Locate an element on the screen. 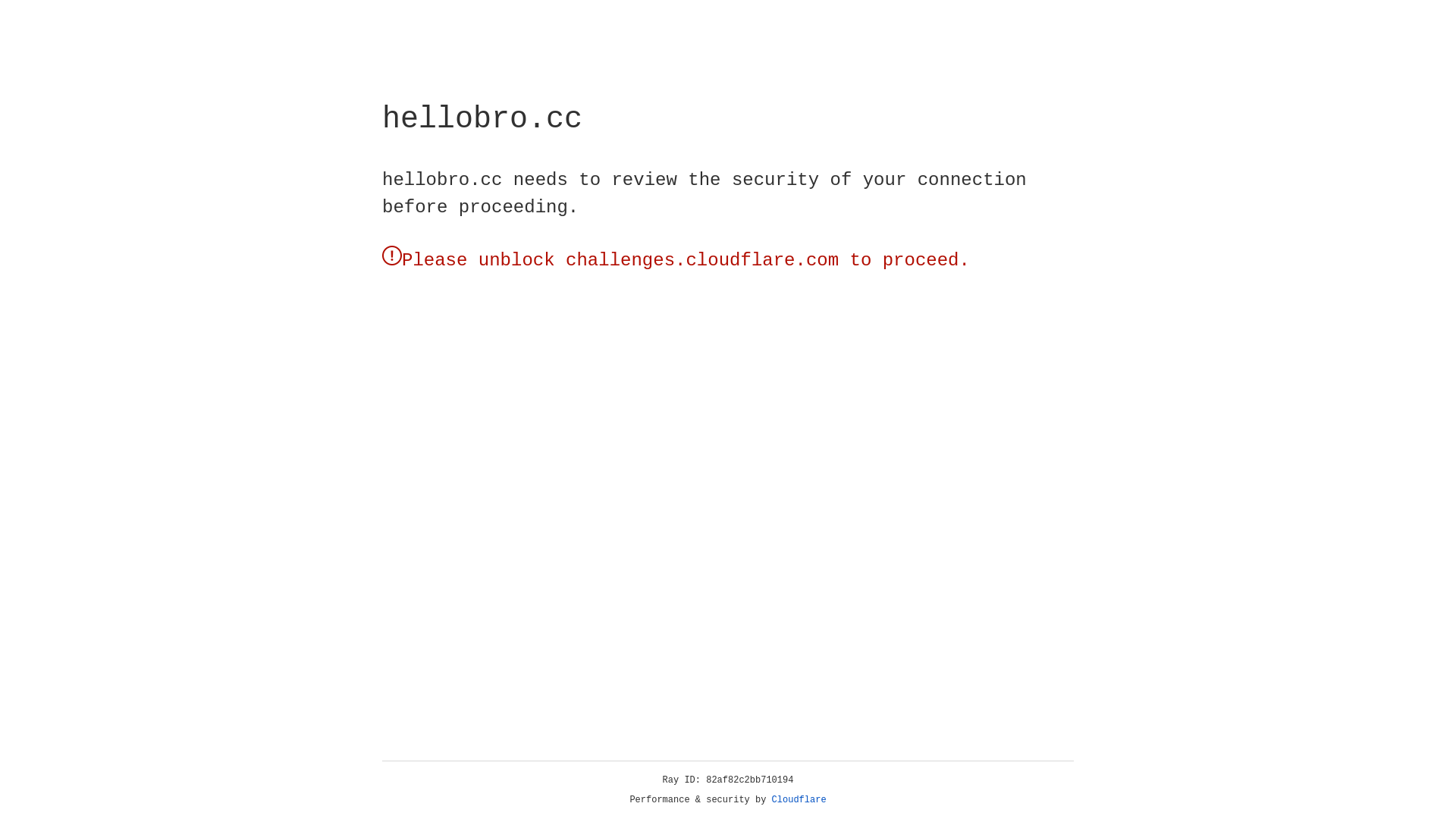  'Cloudflare' is located at coordinates (799, 799).